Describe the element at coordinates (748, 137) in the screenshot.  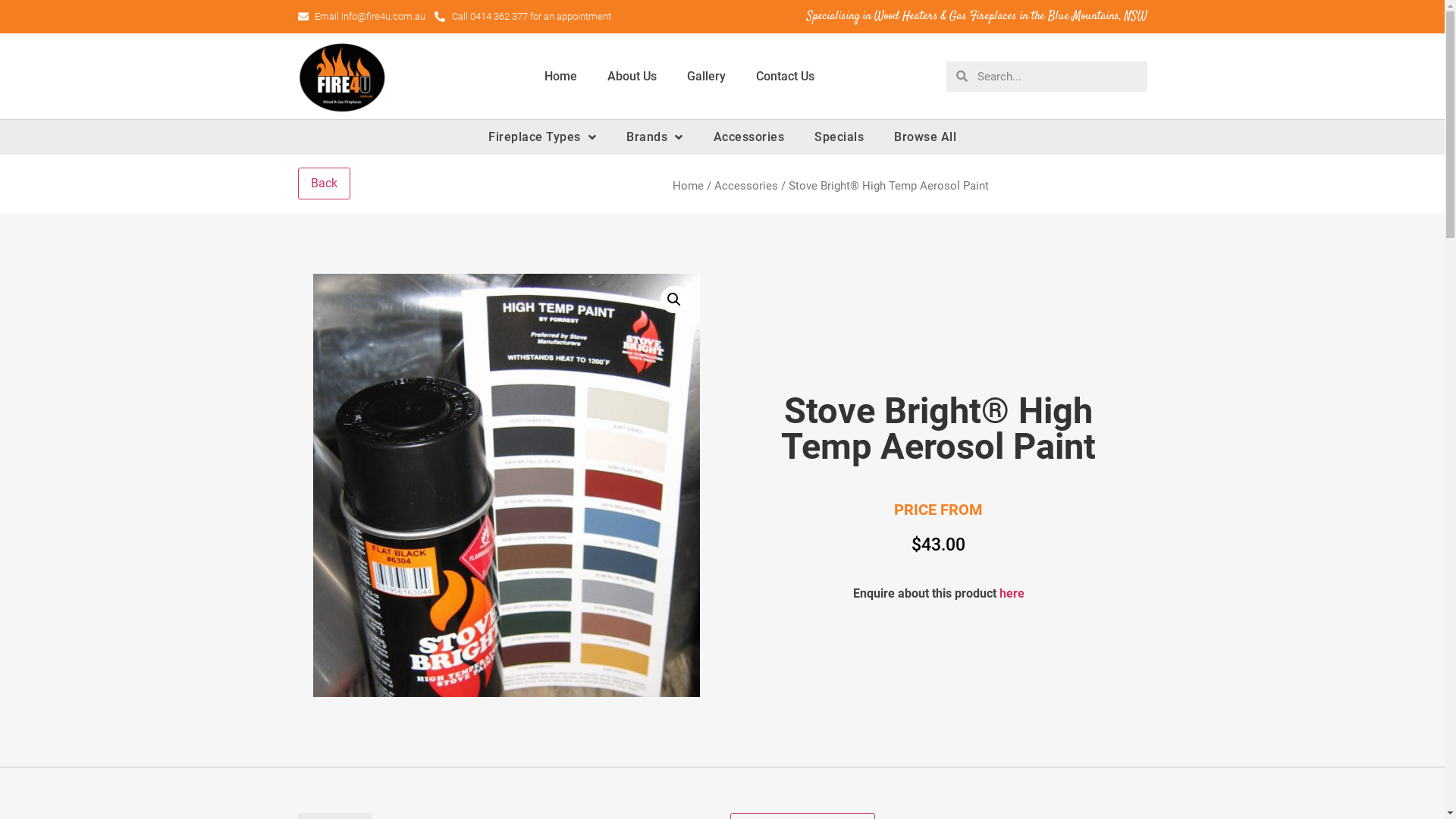
I see `'Accessories'` at that location.